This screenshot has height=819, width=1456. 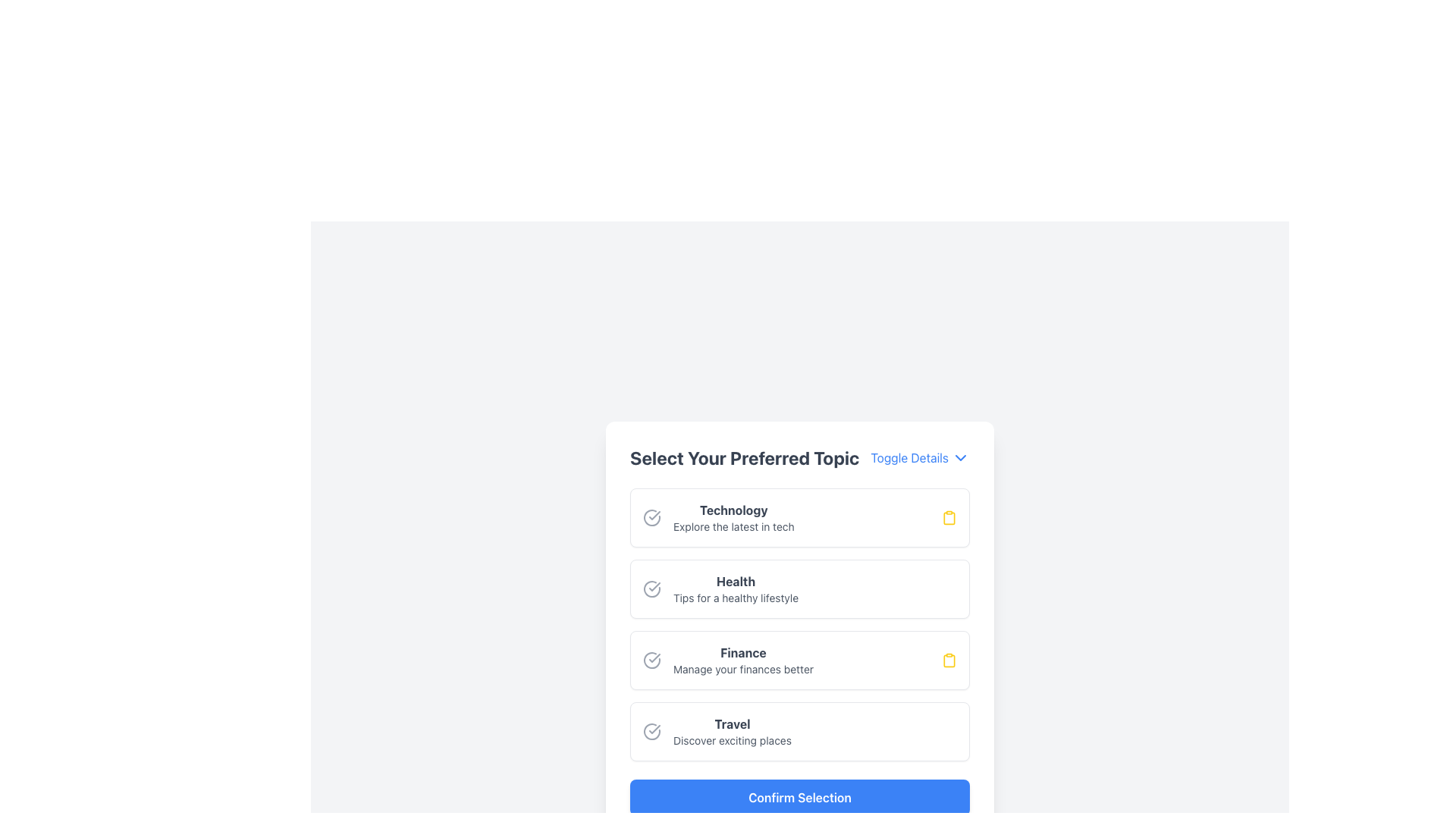 What do you see at coordinates (716, 730) in the screenshot?
I see `the text component labeled 'Travel' which is bold and has the description 'Discover exciting places' beneath it` at bounding box center [716, 730].